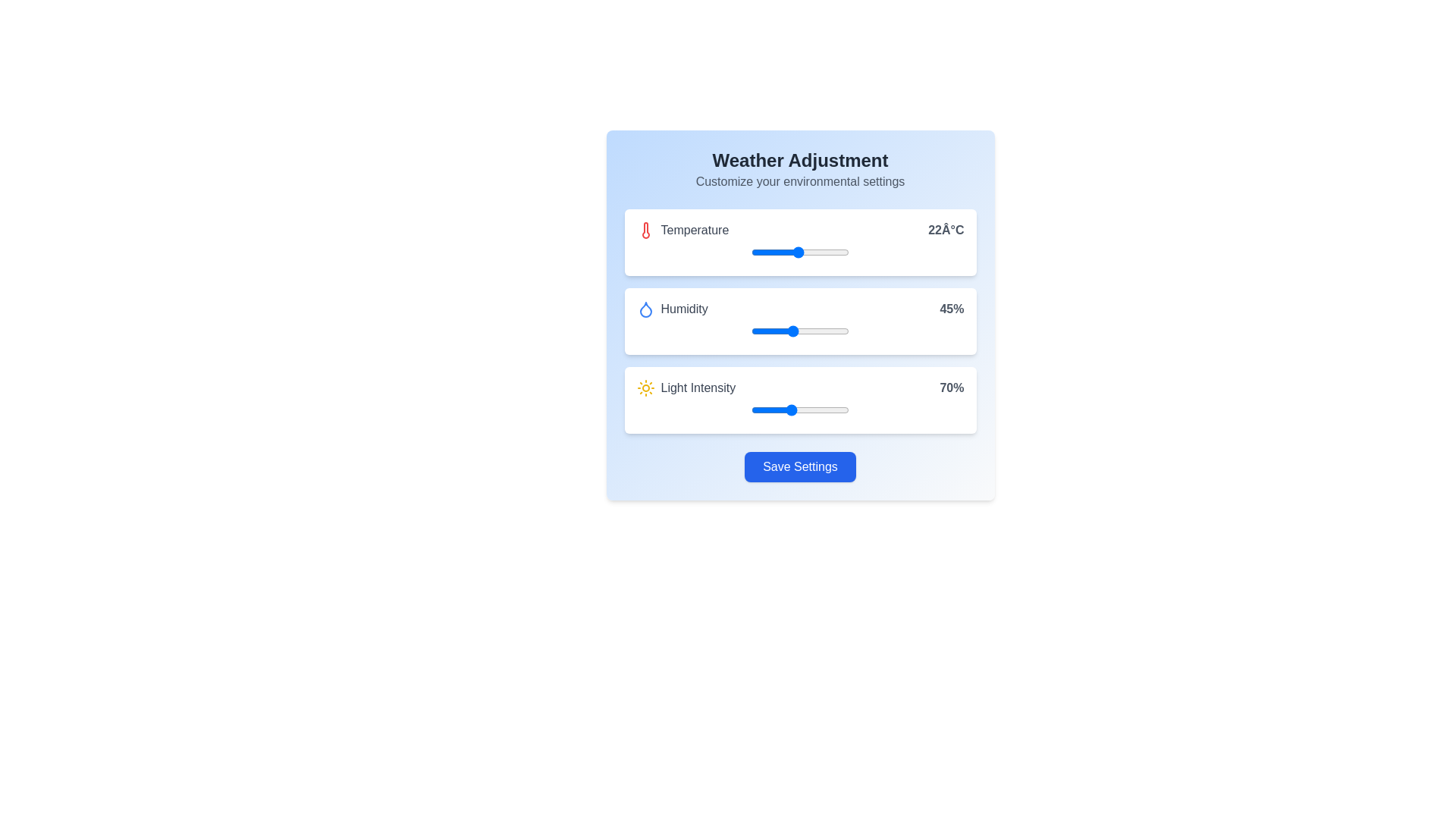 The height and width of the screenshot is (819, 1456). Describe the element at coordinates (812, 330) in the screenshot. I see `the humidity` at that location.